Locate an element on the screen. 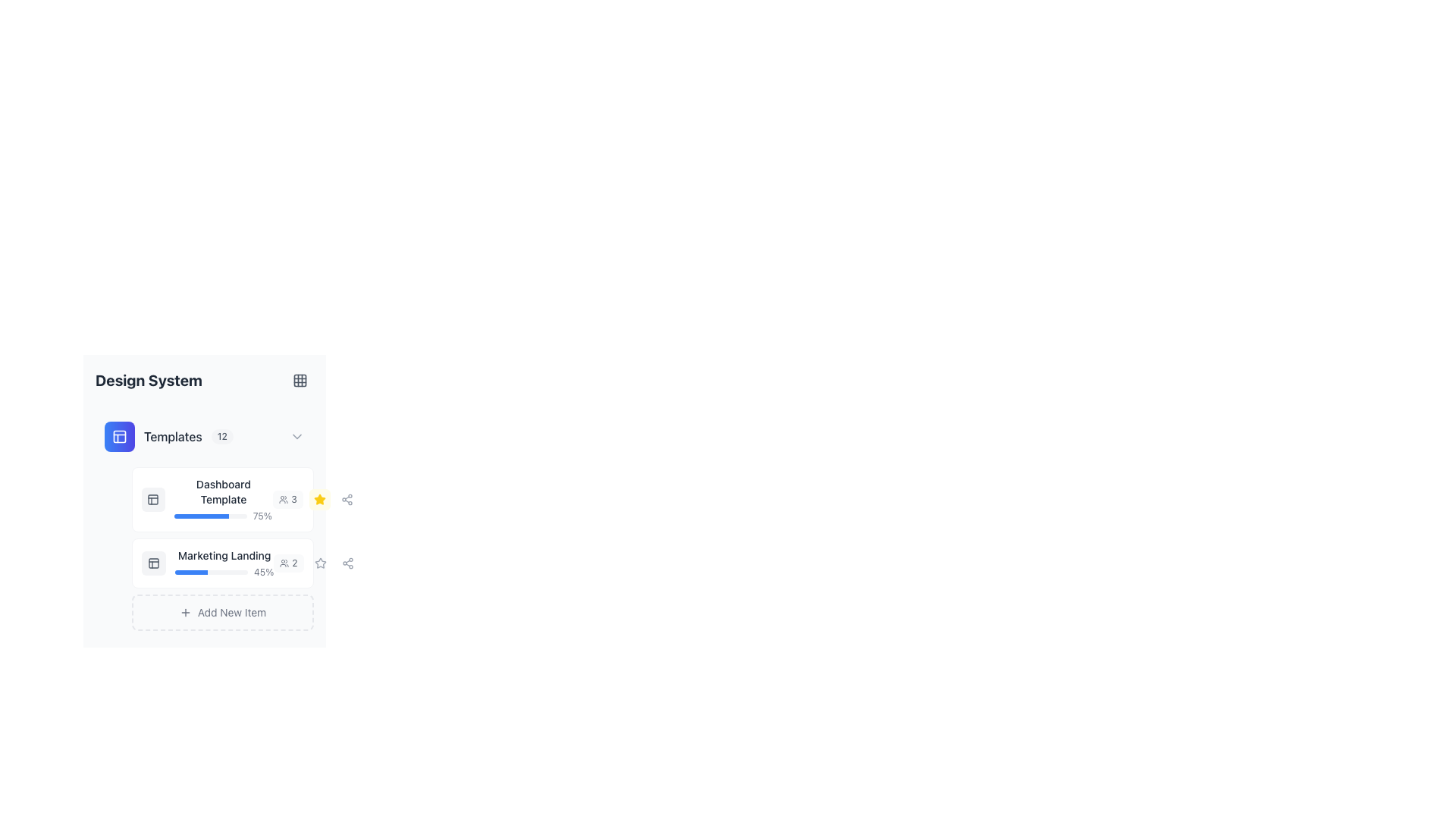 The height and width of the screenshot is (819, 1456). the golden-yellow star icon, which is part of the design system UI and indicates a rating or favorite feature is located at coordinates (318, 499).